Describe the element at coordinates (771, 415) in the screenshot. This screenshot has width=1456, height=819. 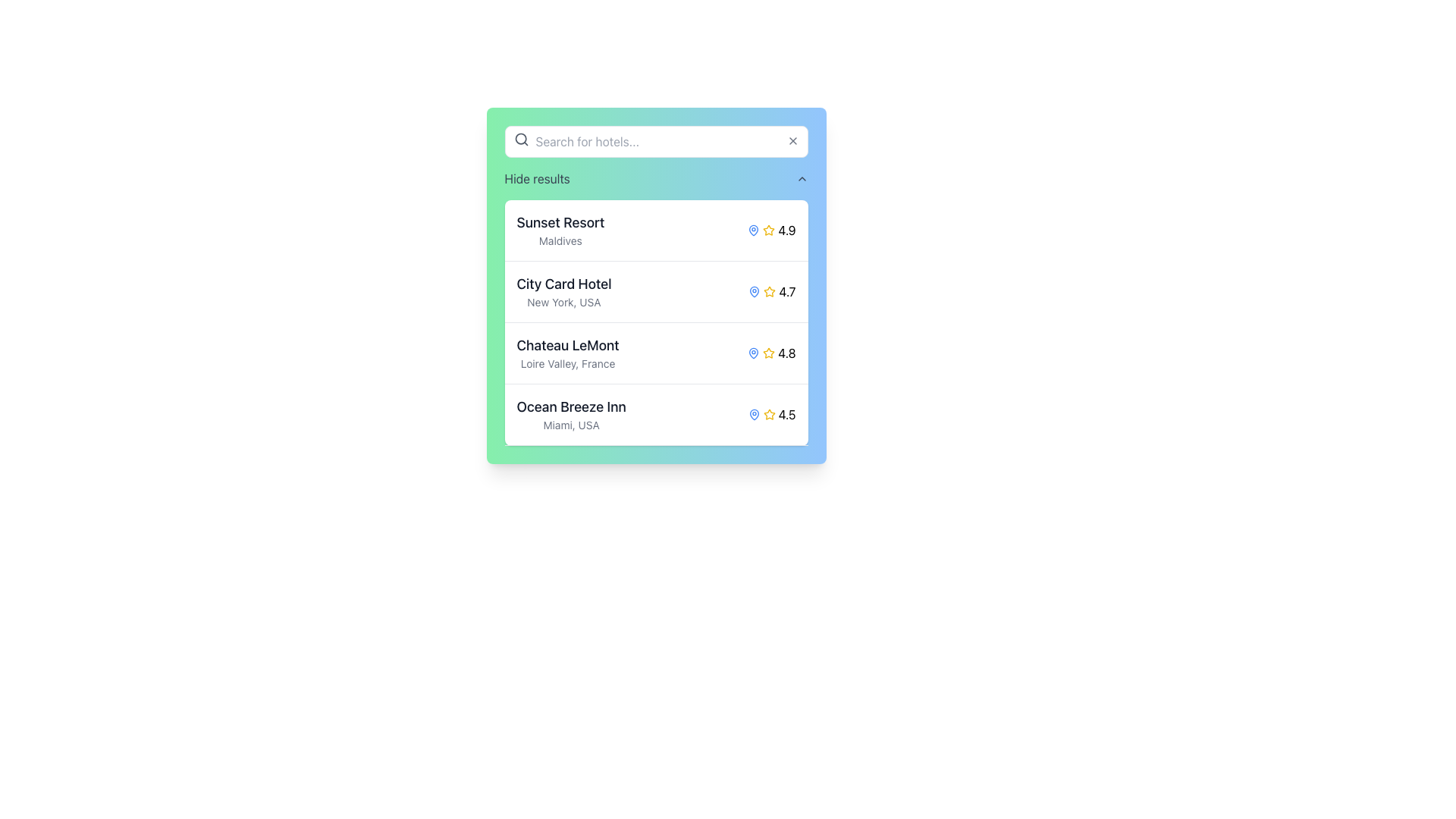
I see `the text display component representing the rating of 'Ocean Breeze Inn', located in the bottom right corner of the hotel details card` at that location.